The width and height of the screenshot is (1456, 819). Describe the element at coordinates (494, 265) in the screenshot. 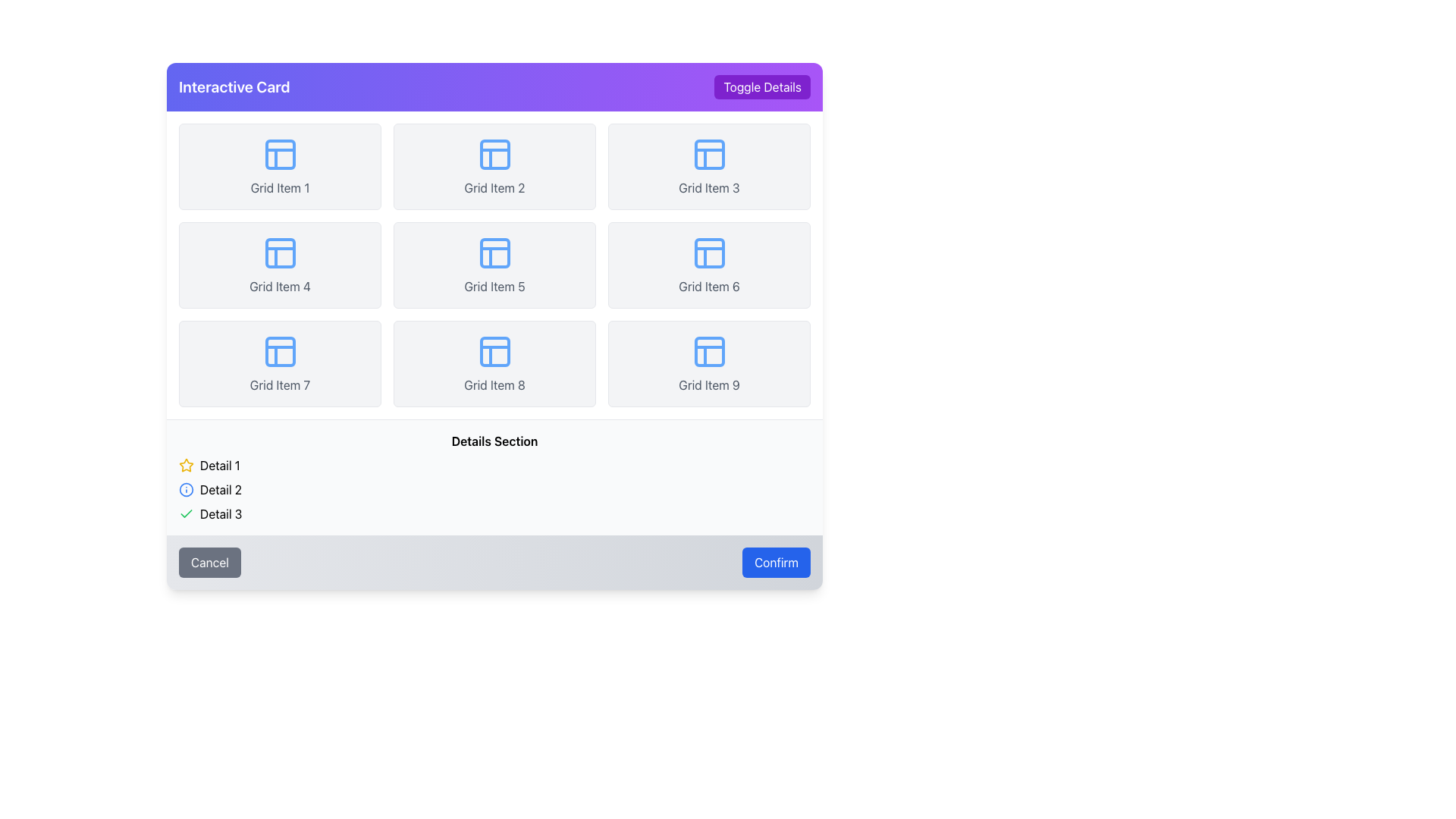

I see `an item within the grid layout that contains nine equally sized items, each with a light gray background and labeled accordingly` at that location.